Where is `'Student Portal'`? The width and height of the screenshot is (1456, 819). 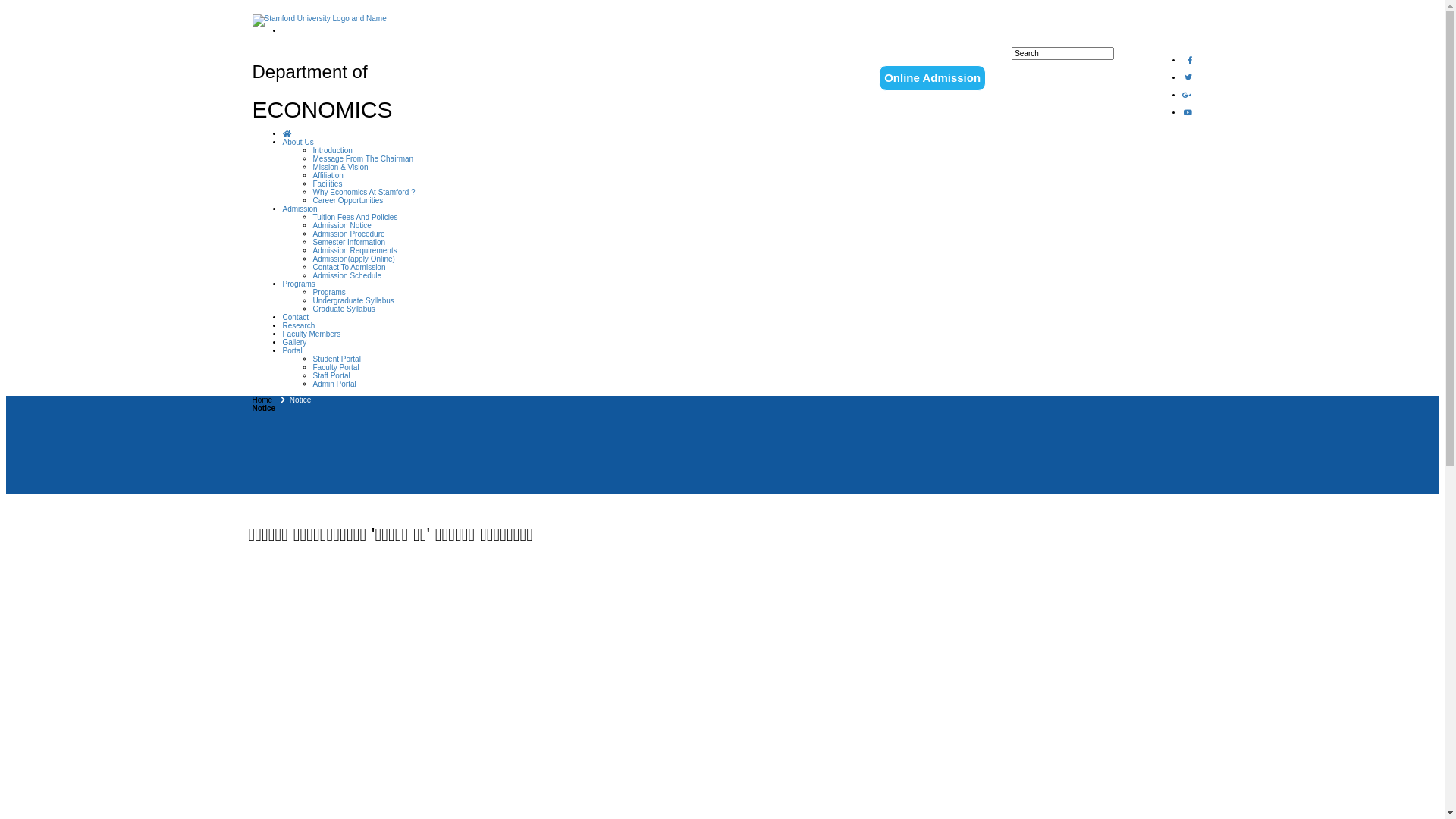
'Student Portal' is located at coordinates (335, 359).